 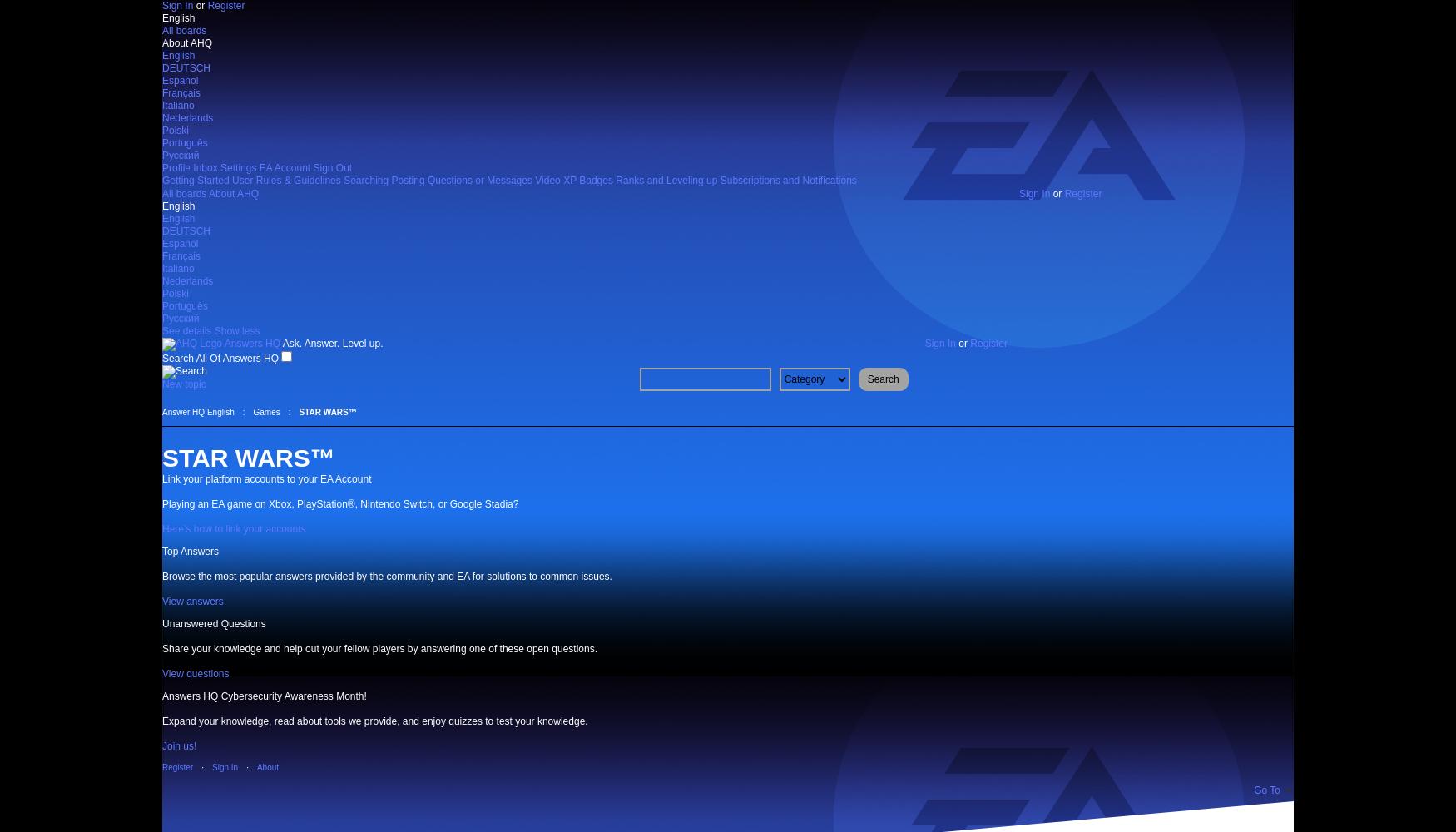 I want to click on 'Go To', so click(x=1266, y=790).